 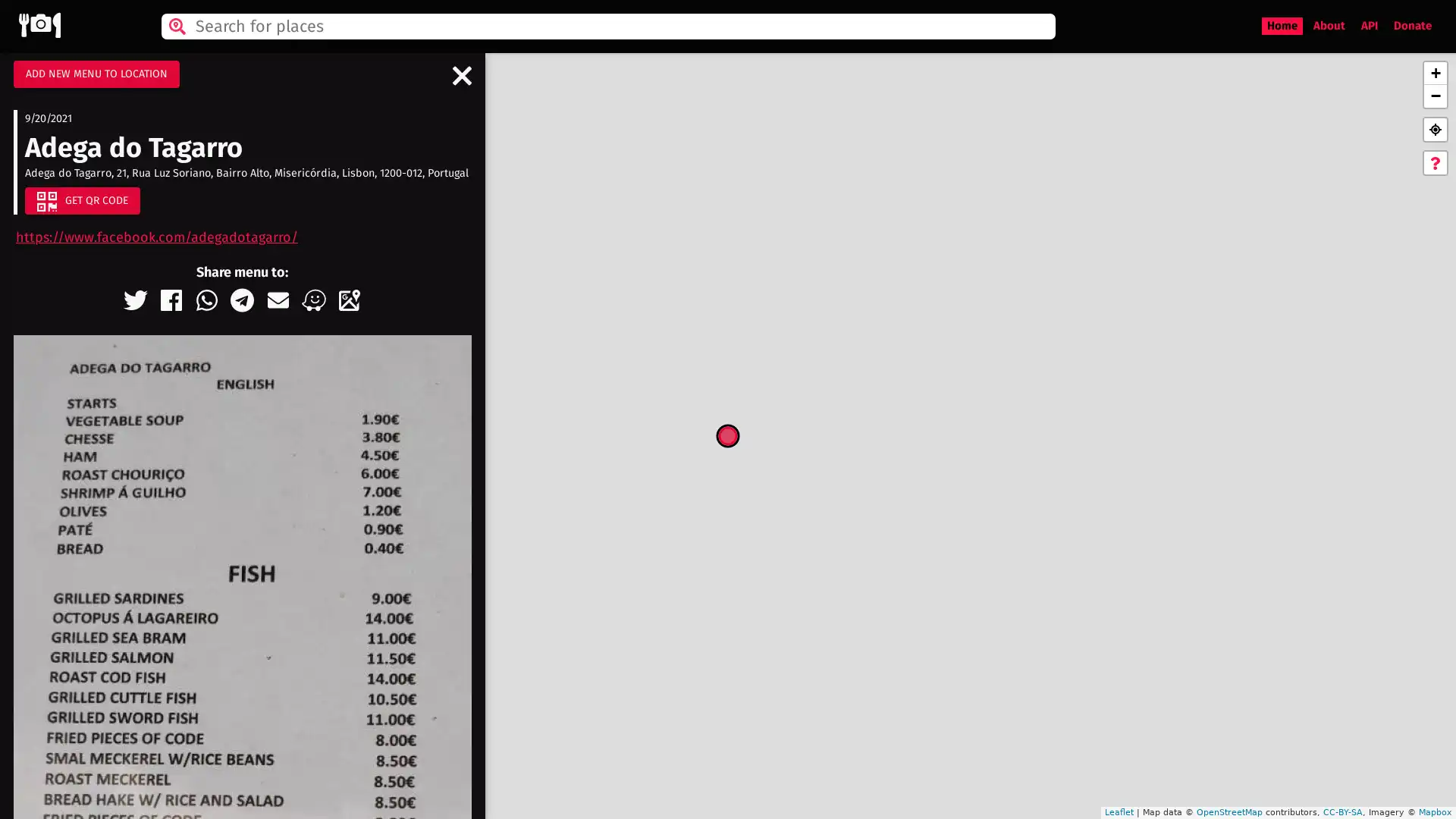 I want to click on GPS location, so click(x=1434, y=128).